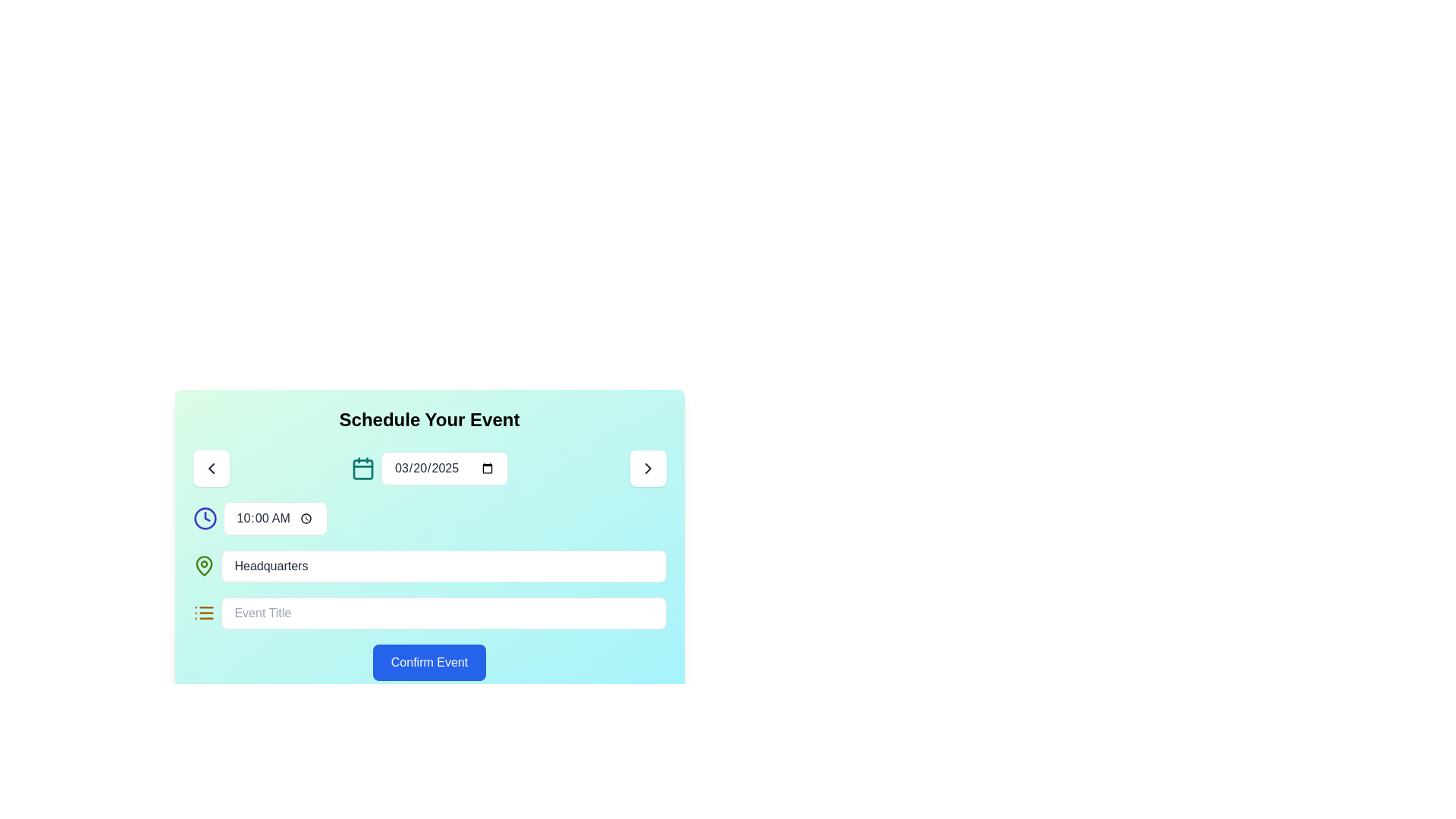 The width and height of the screenshot is (1456, 819). What do you see at coordinates (362, 467) in the screenshot?
I see `the date picker icon located in the light blue panel next to the text input field displaying the date '03/20/2025'` at bounding box center [362, 467].